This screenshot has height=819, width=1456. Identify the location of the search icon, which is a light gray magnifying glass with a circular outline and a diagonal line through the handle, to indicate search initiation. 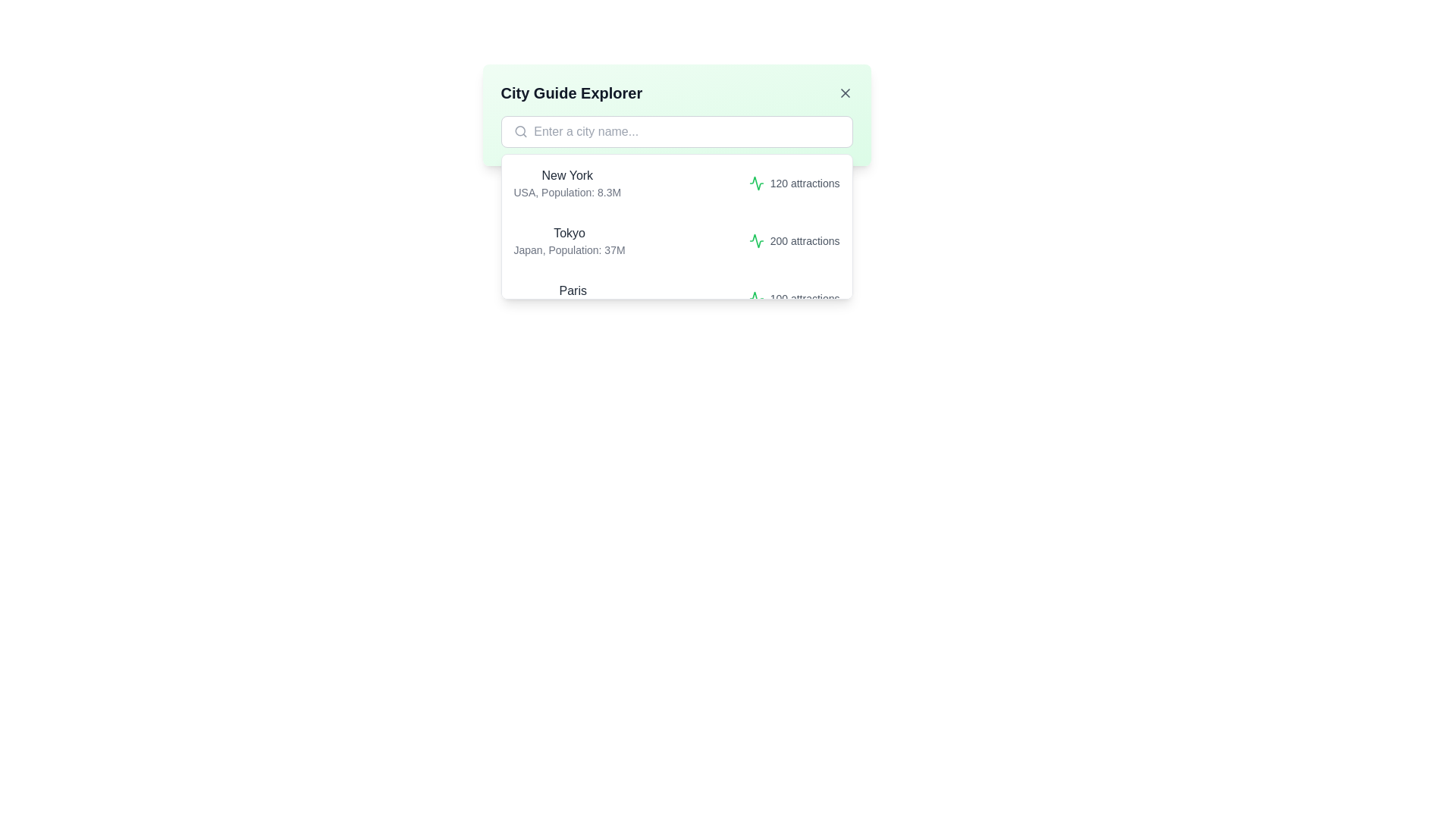
(520, 130).